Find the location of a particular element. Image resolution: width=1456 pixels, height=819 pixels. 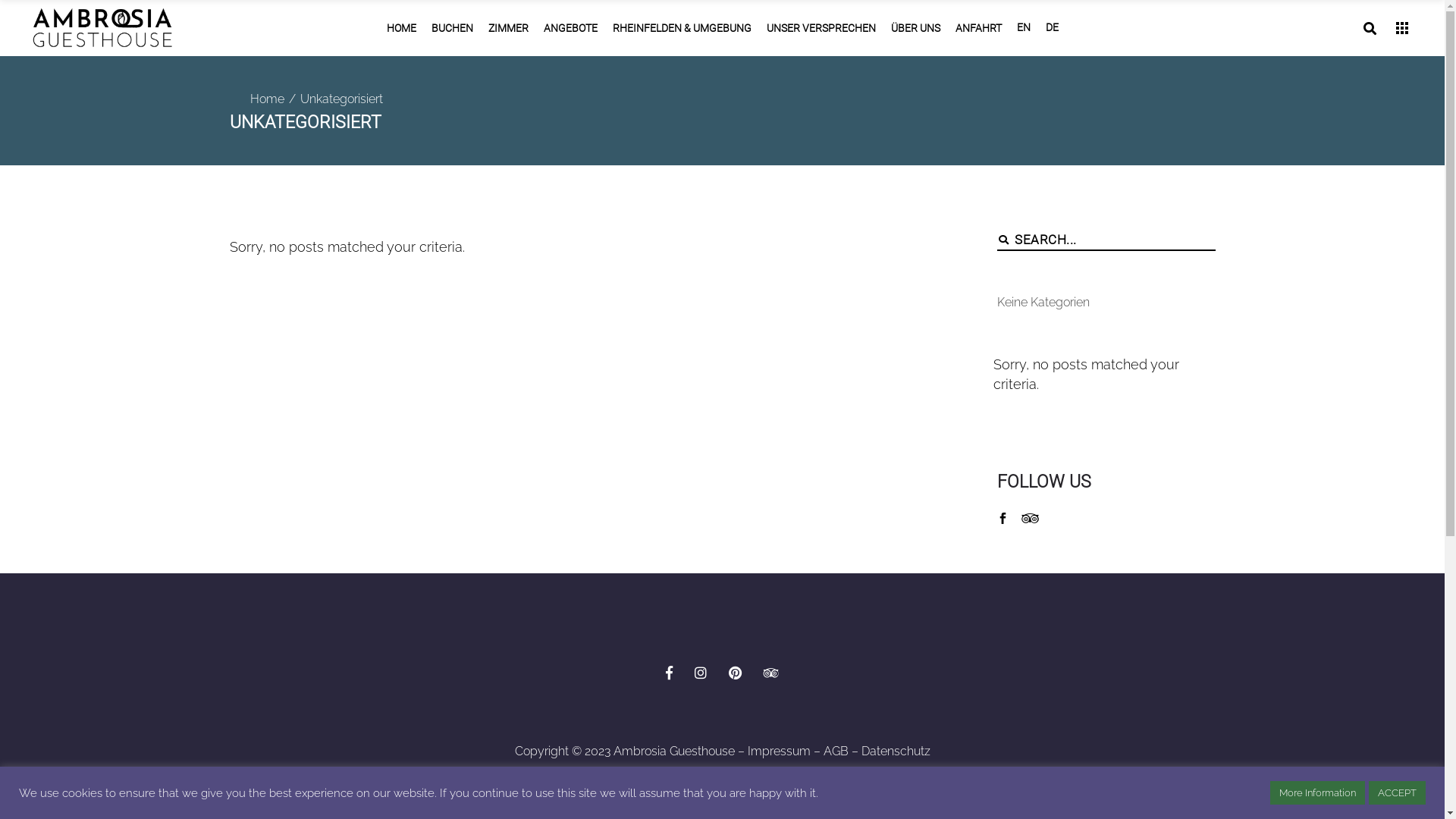

'ANGEBOTE' is located at coordinates (569, 28).